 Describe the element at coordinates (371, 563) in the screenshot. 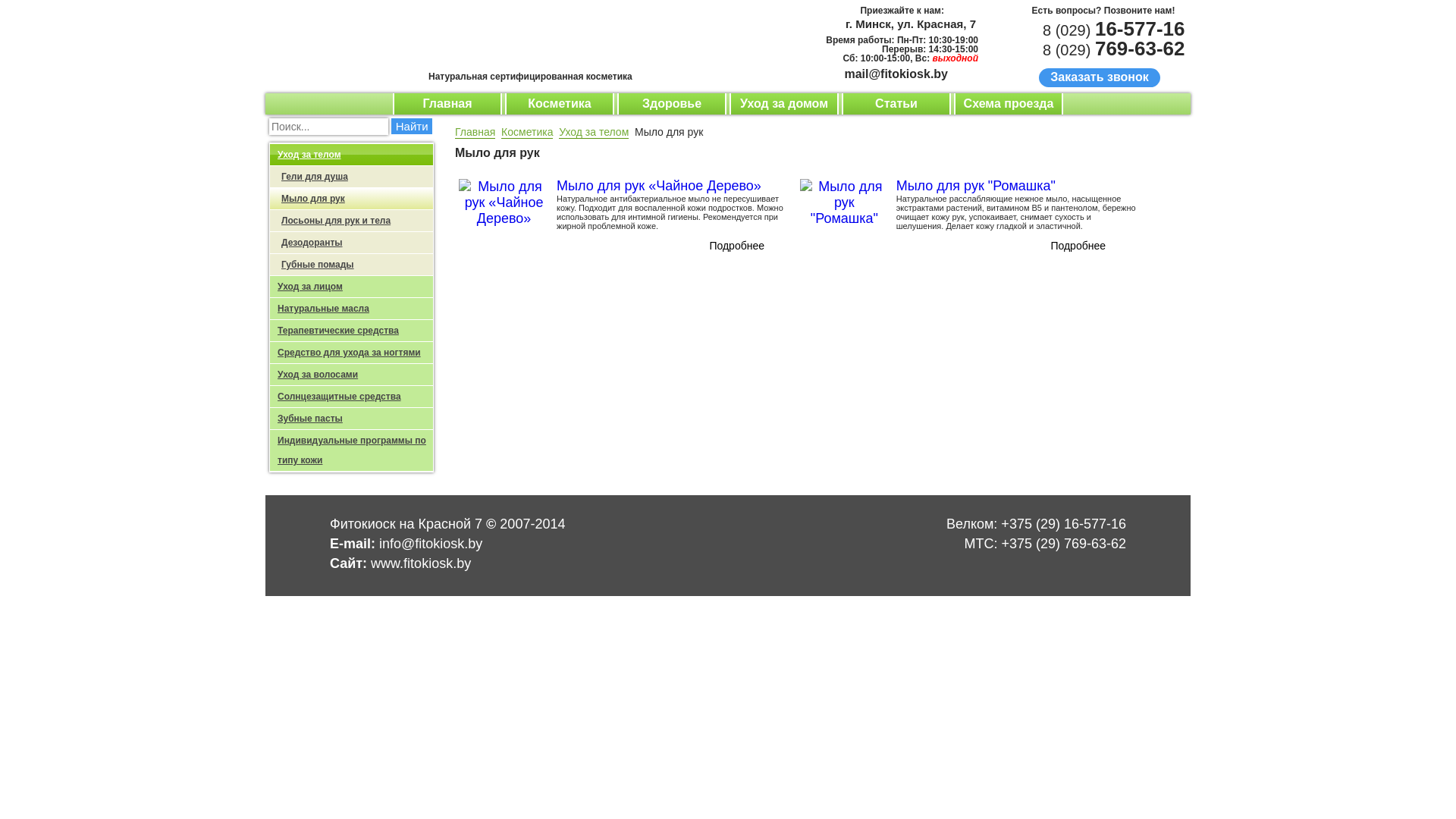

I see `'www.fitokiosk.by'` at that location.